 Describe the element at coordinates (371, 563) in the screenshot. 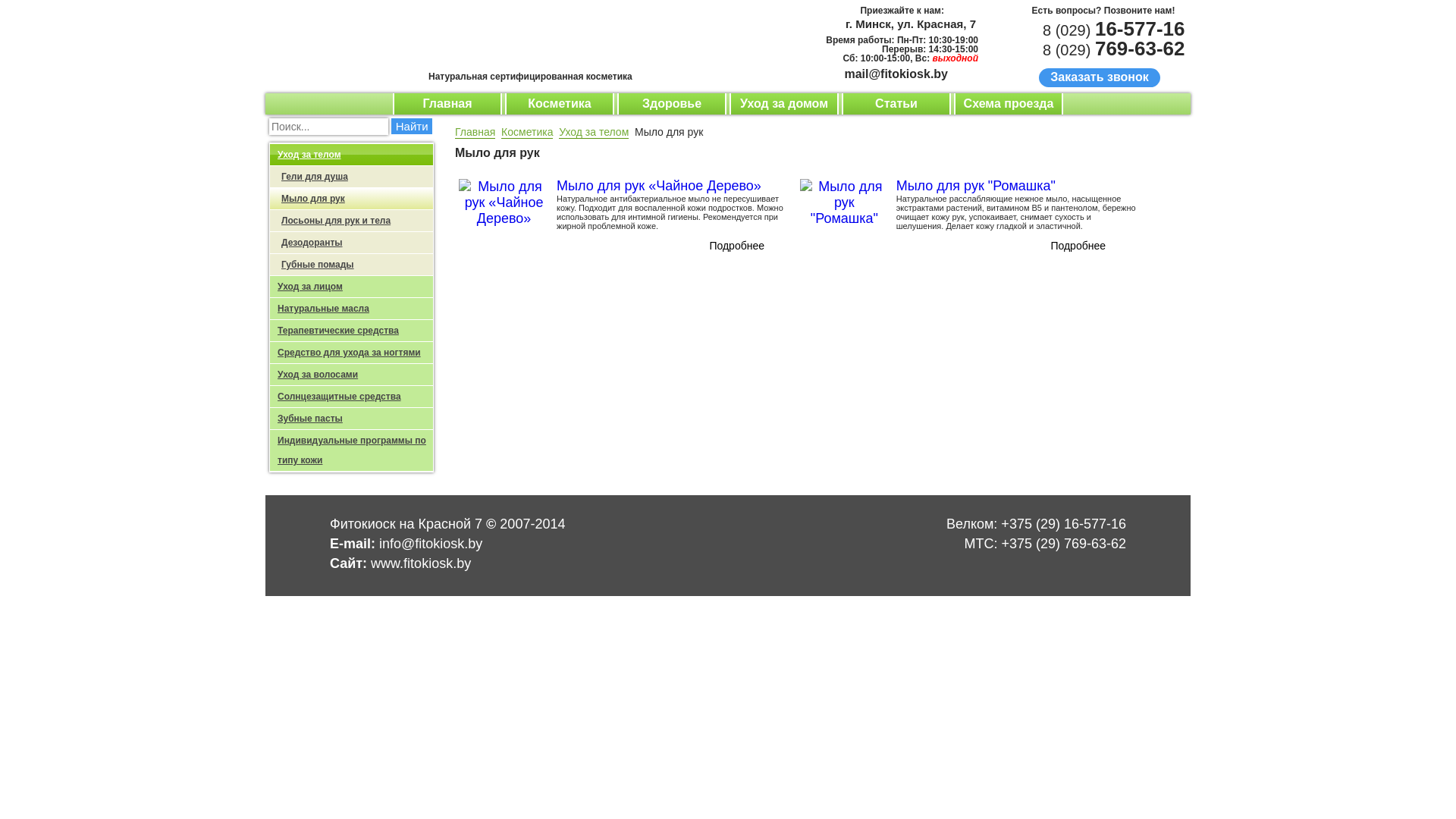

I see `'www.fitokiosk.by'` at that location.